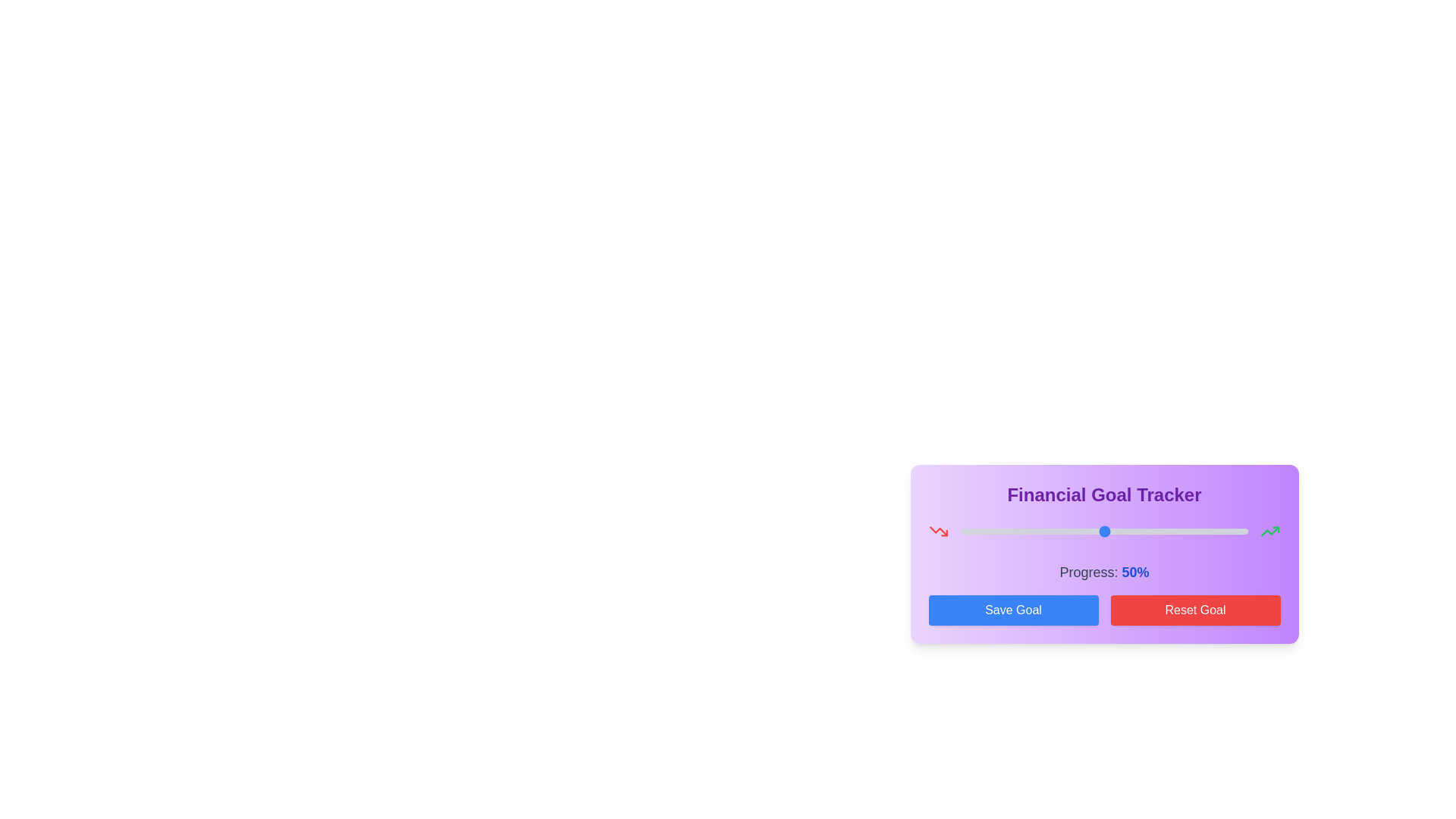  I want to click on the progress slider to 34%, so click(1057, 531).